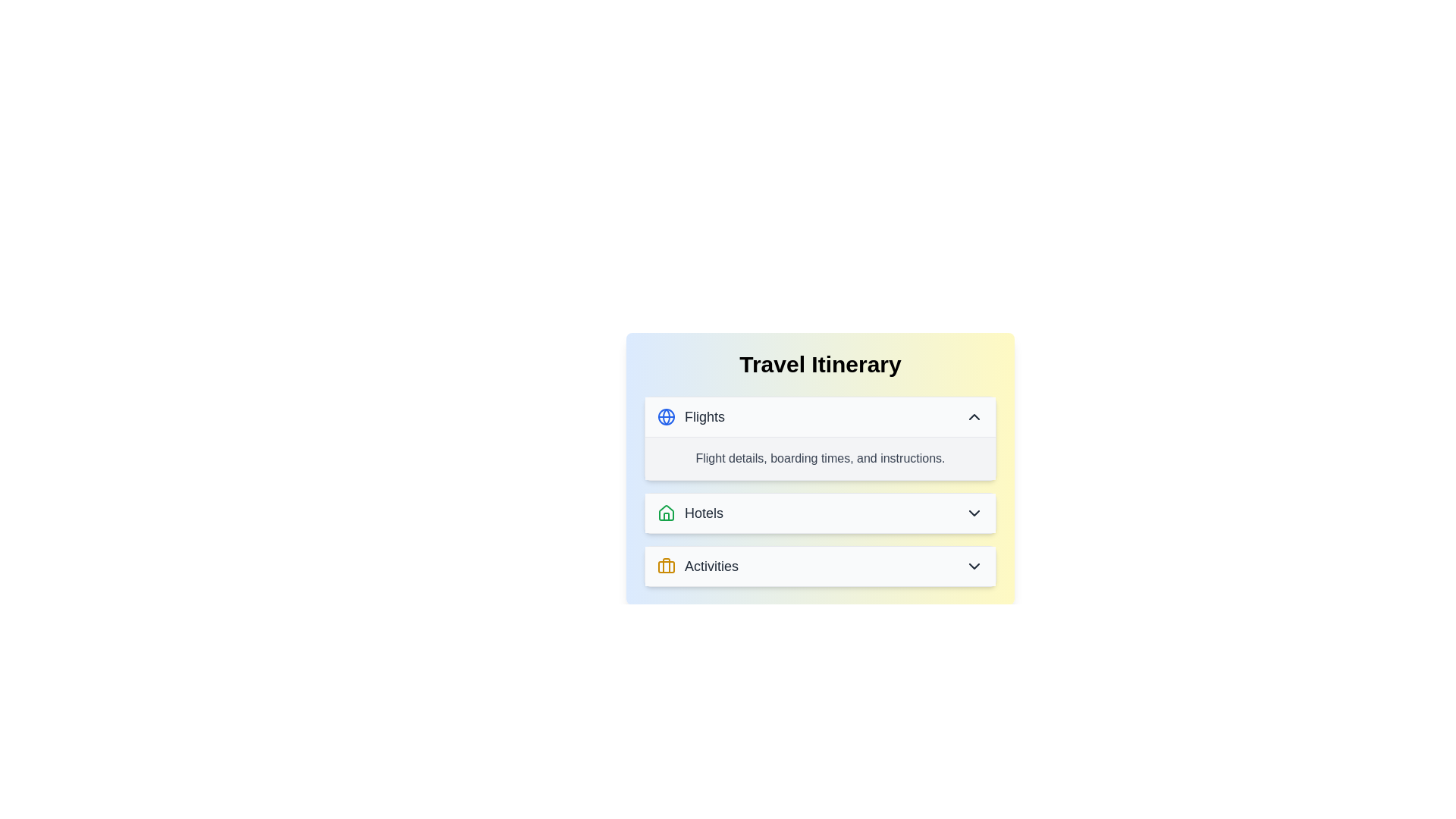 The height and width of the screenshot is (819, 1456). I want to click on the yellow briefcase icon located in the 'Activities' section, which is positioned immediately before the text 'Activities', so click(666, 566).